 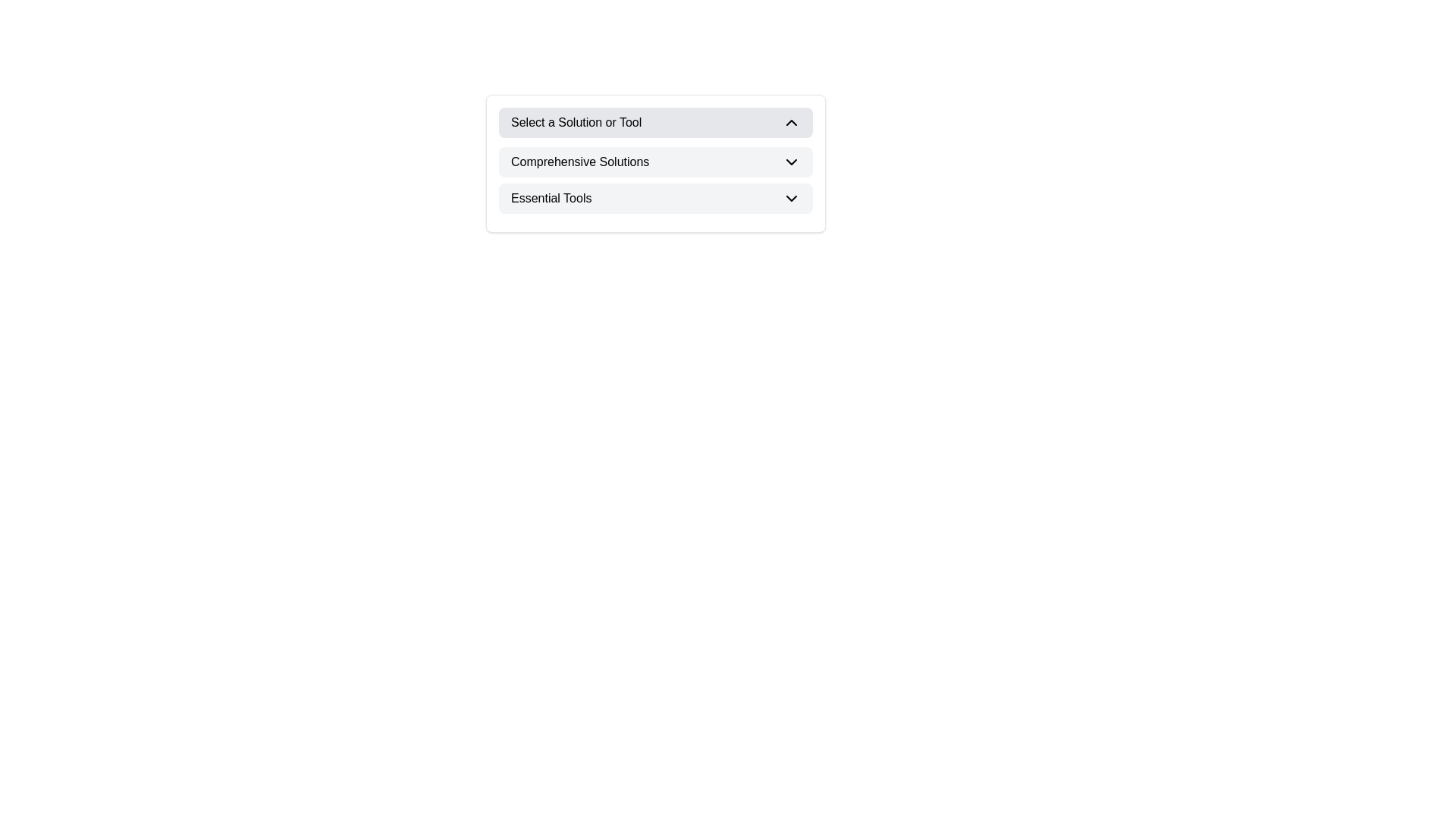 I want to click on the text label indicating access to essential tools in the dropdown menu, located in a rounded rectangular area with a light gray background, so click(x=551, y=198).